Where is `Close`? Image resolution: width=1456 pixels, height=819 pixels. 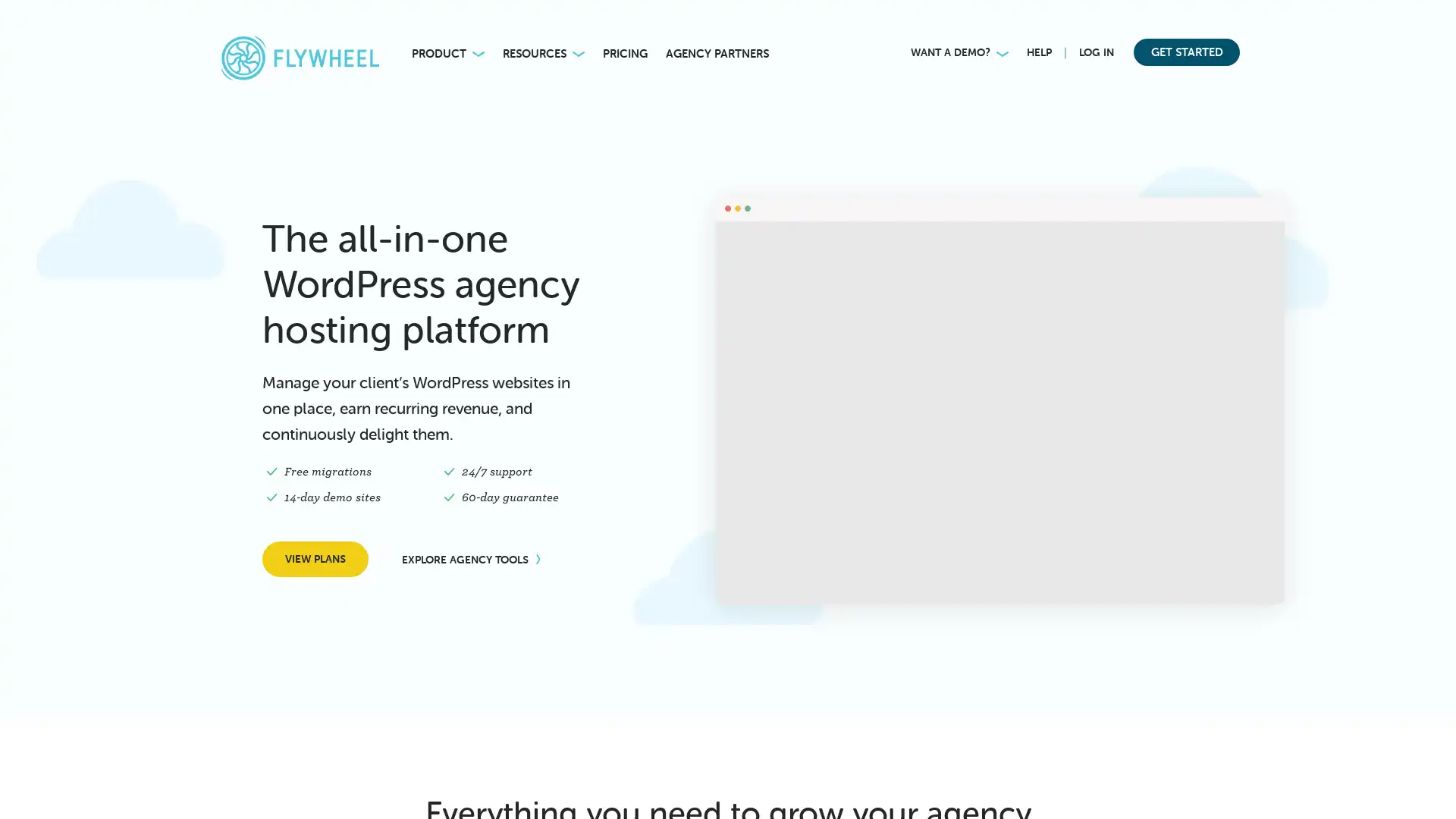
Close is located at coordinates (1433, 19).